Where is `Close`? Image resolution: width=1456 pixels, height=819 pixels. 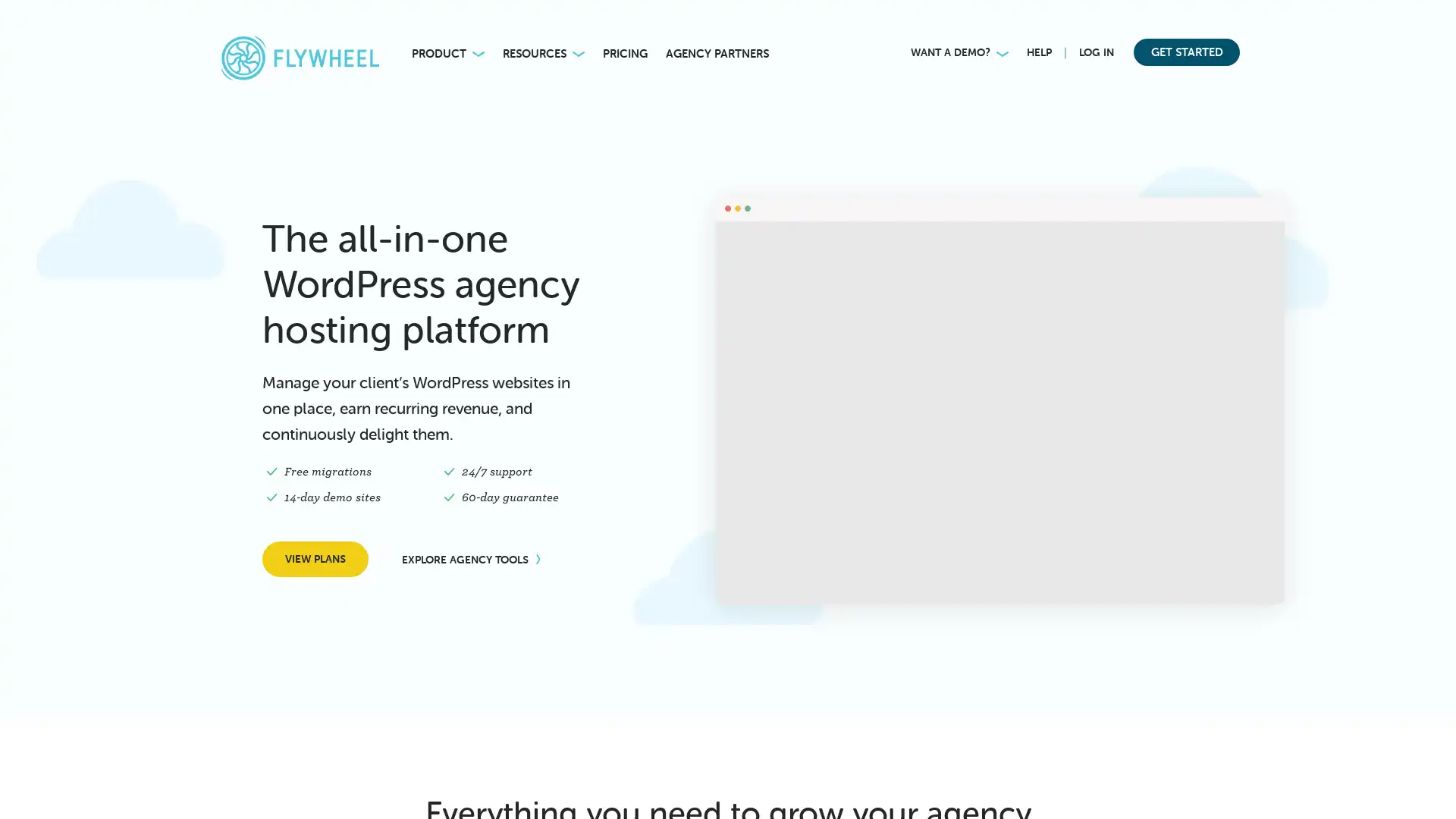
Close is located at coordinates (1433, 19).